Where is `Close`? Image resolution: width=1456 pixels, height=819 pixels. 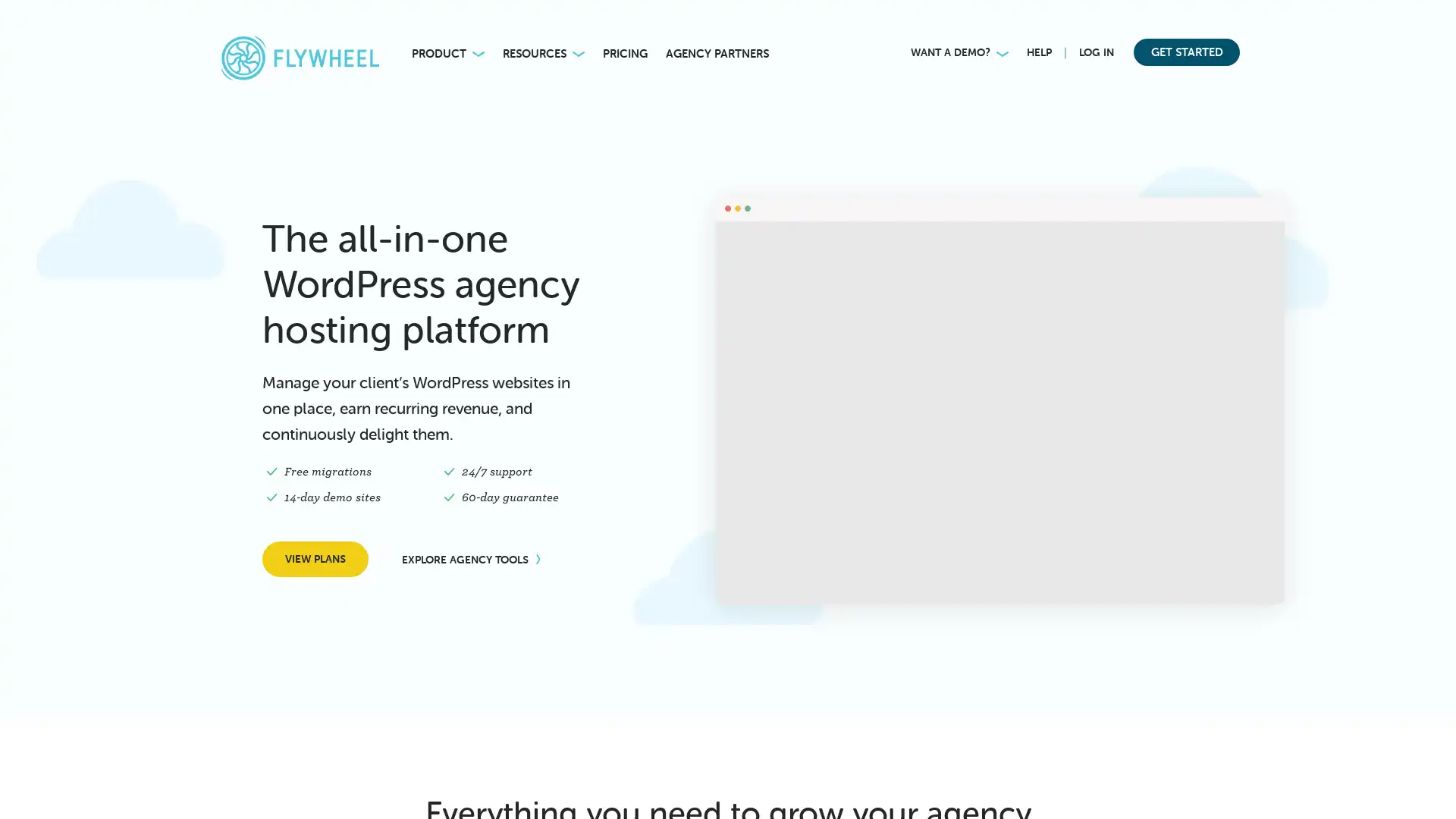
Close is located at coordinates (1433, 19).